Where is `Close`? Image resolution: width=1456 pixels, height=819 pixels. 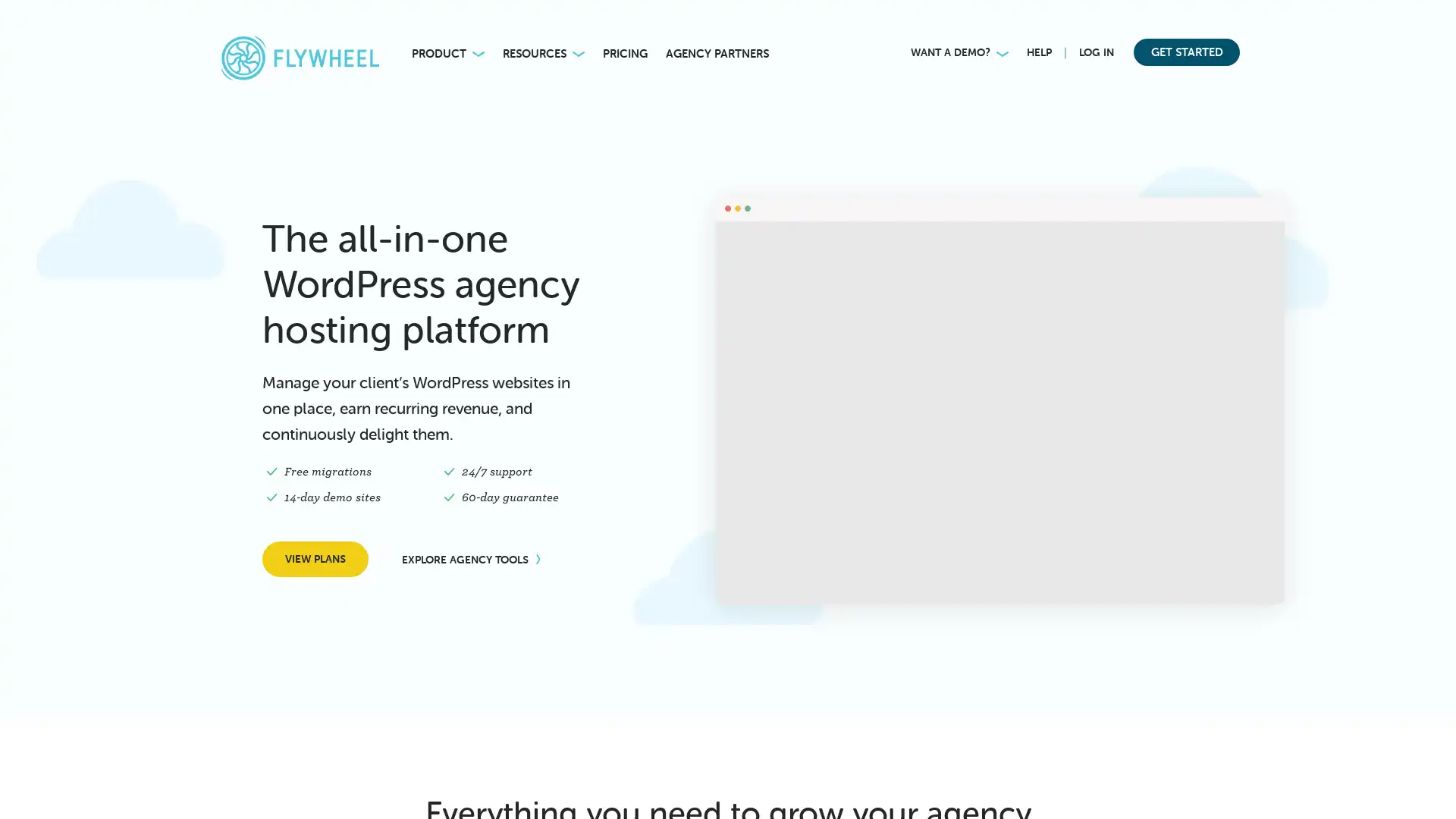
Close is located at coordinates (1433, 19).